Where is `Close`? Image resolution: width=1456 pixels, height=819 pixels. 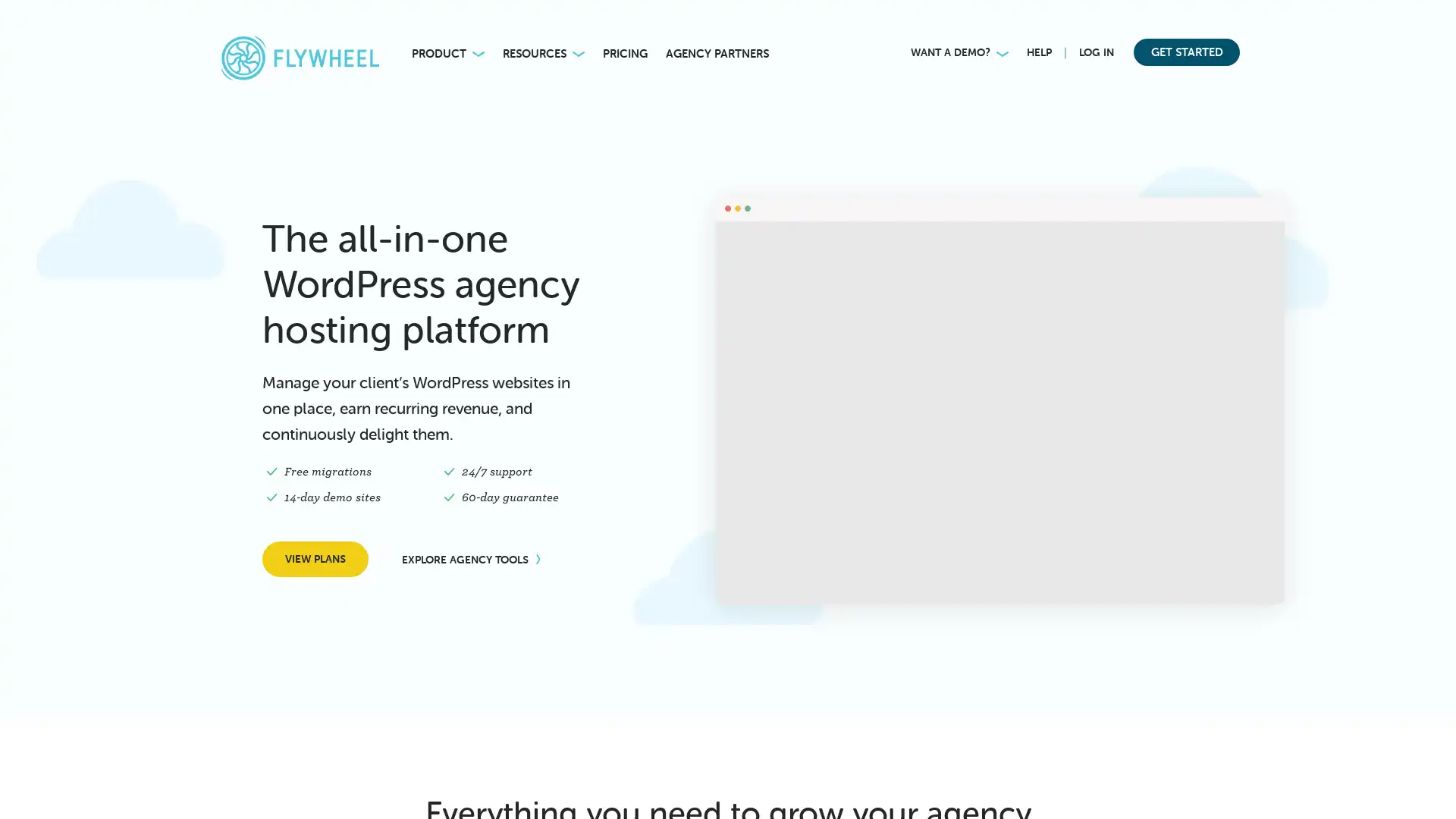
Close is located at coordinates (1433, 19).